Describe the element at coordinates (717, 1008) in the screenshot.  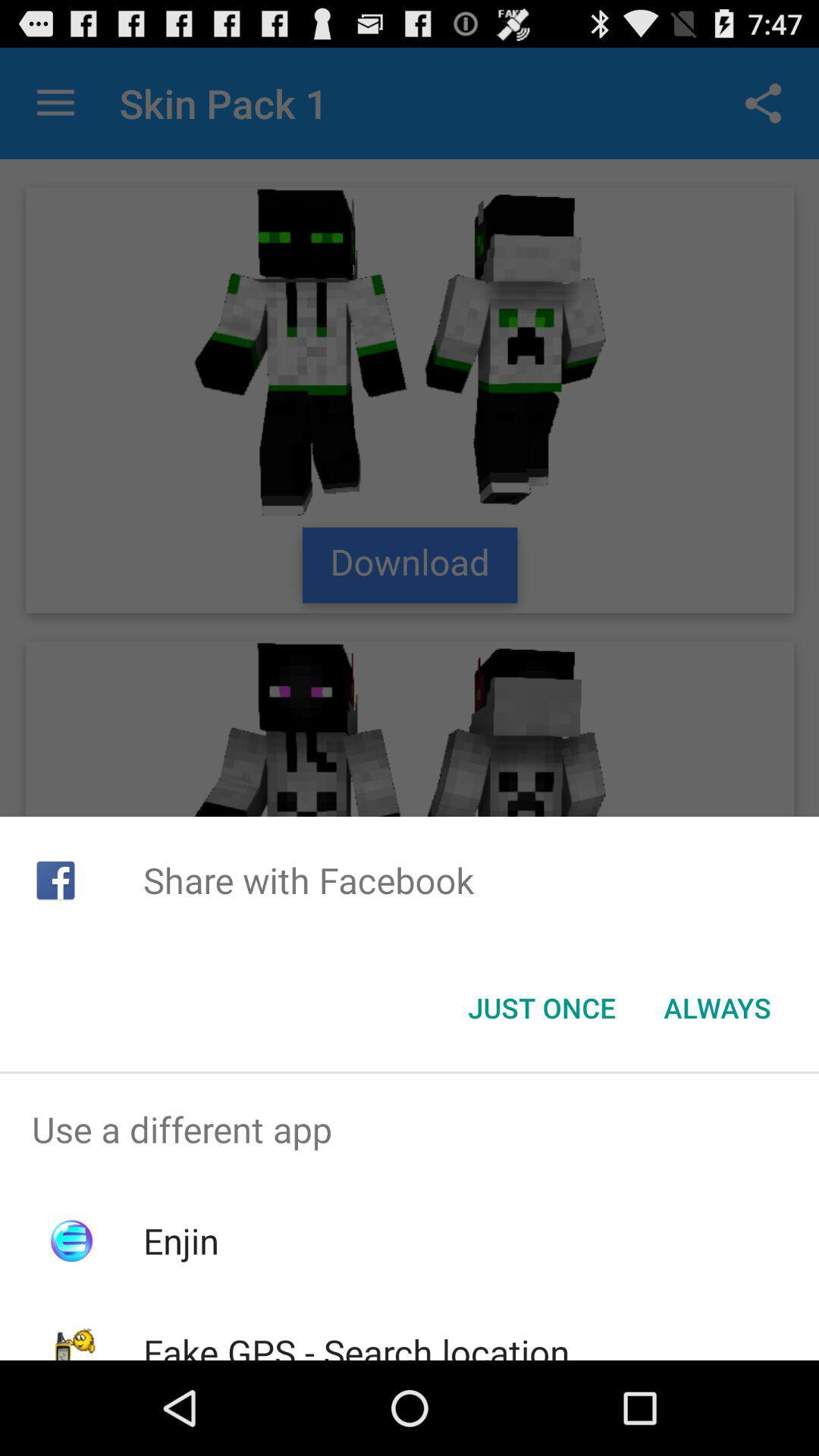
I see `the button at the bottom right corner` at that location.